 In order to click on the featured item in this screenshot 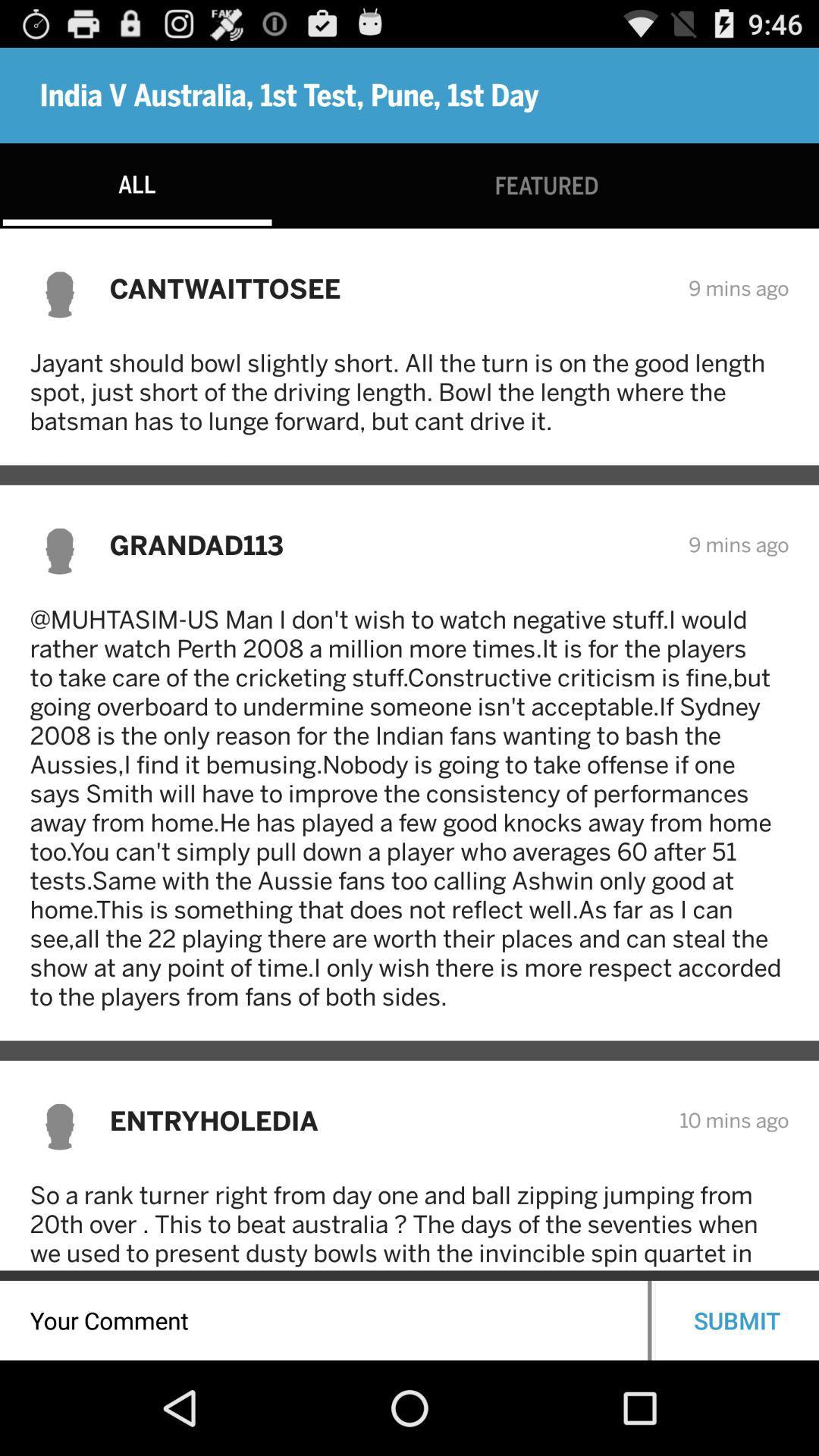, I will do `click(547, 185)`.